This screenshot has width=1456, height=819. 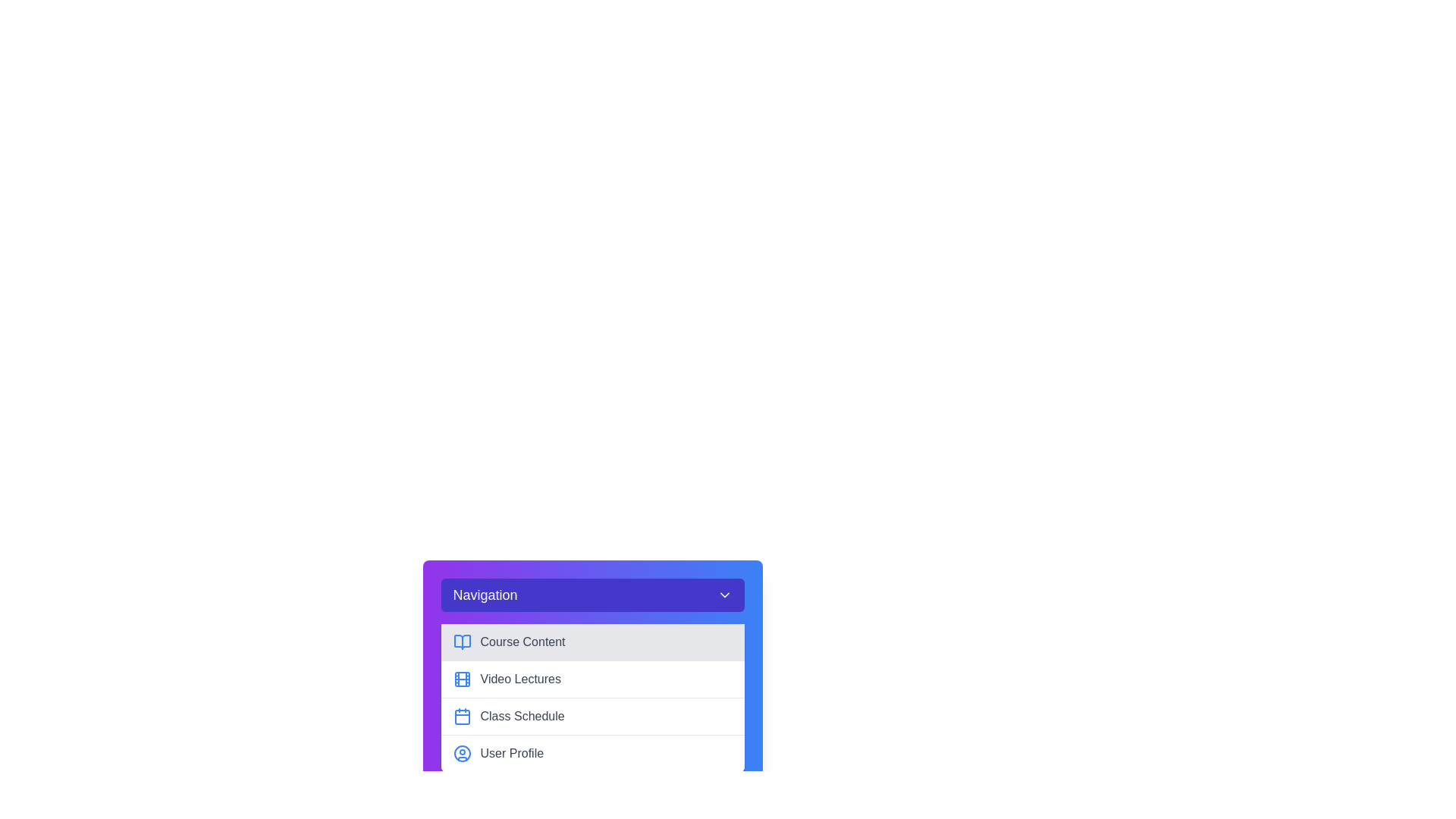 What do you see at coordinates (512, 754) in the screenshot?
I see `the 'User Profile' text label in the navigation menu, which is styled in gray and located to the right of the blue user icon` at bounding box center [512, 754].